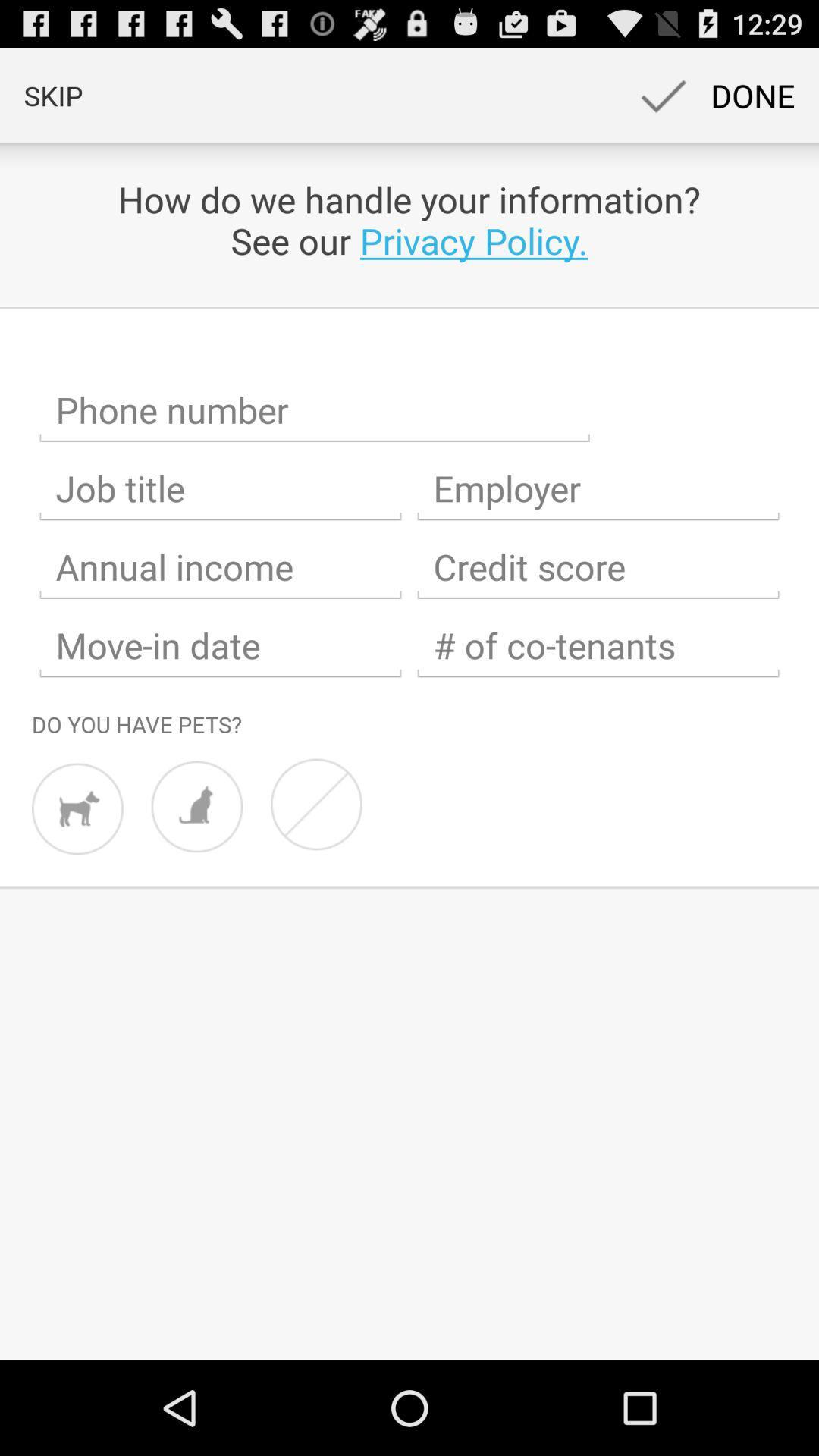 This screenshot has width=819, height=1456. What do you see at coordinates (196, 805) in the screenshot?
I see `cat` at bounding box center [196, 805].